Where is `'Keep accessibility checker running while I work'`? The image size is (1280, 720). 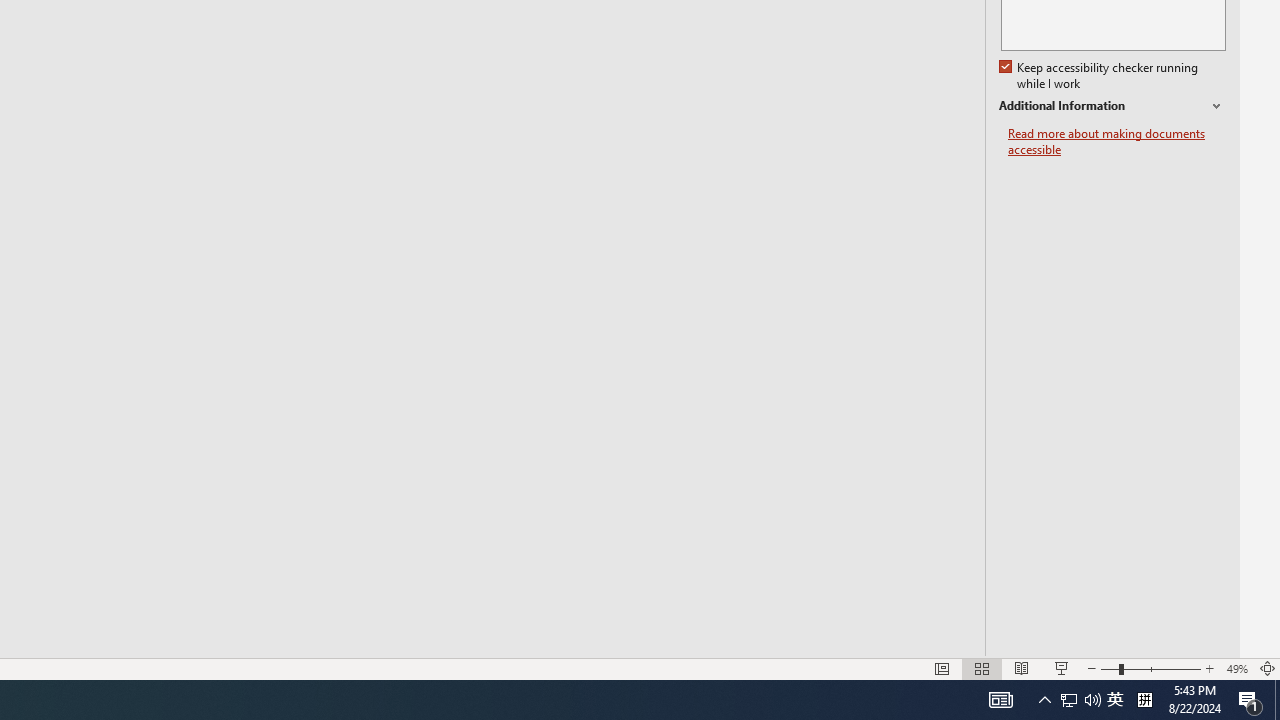 'Keep accessibility checker running while I work' is located at coordinates (1099, 75).